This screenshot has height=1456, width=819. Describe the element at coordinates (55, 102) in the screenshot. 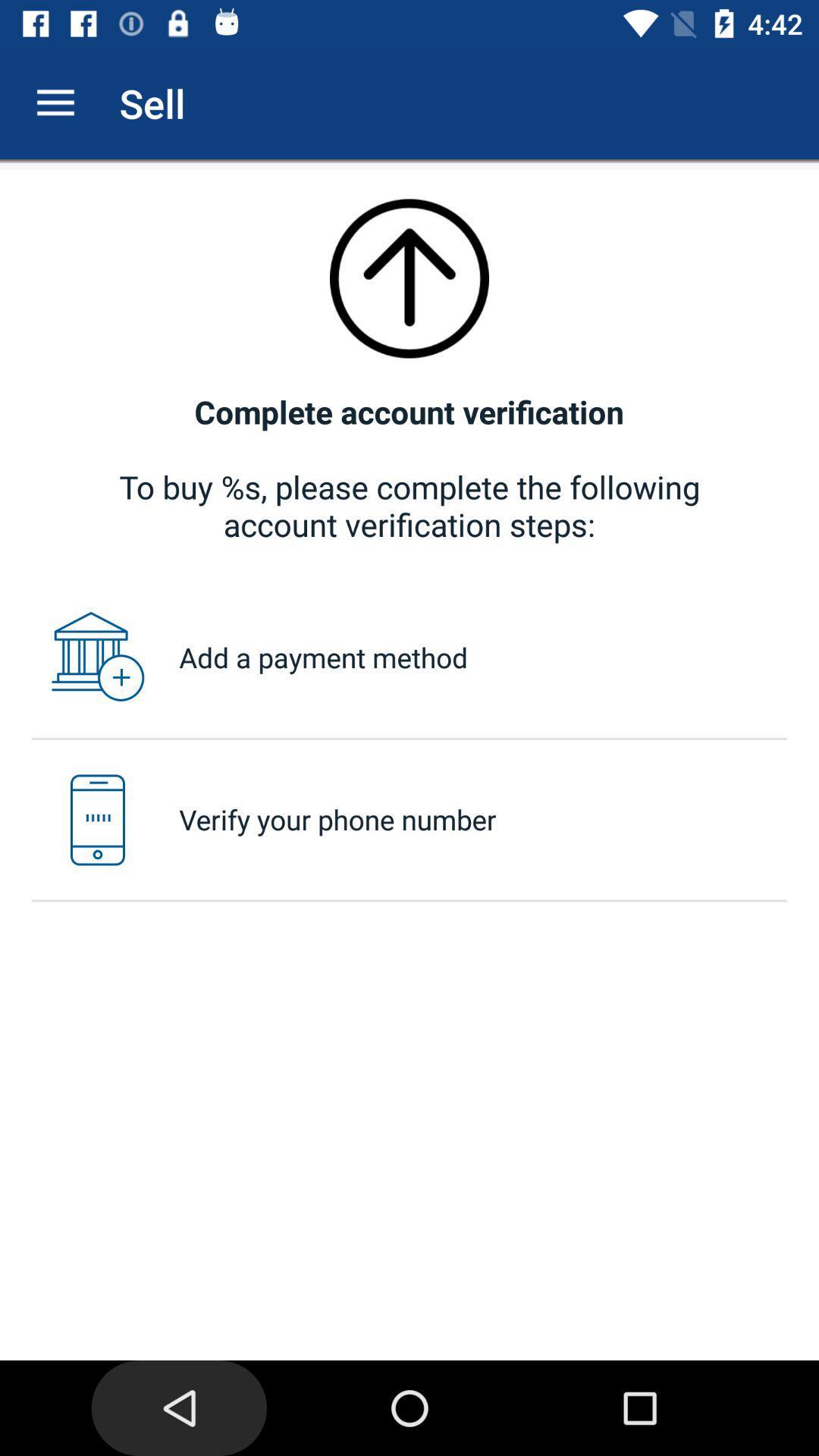

I see `the menu icon` at that location.